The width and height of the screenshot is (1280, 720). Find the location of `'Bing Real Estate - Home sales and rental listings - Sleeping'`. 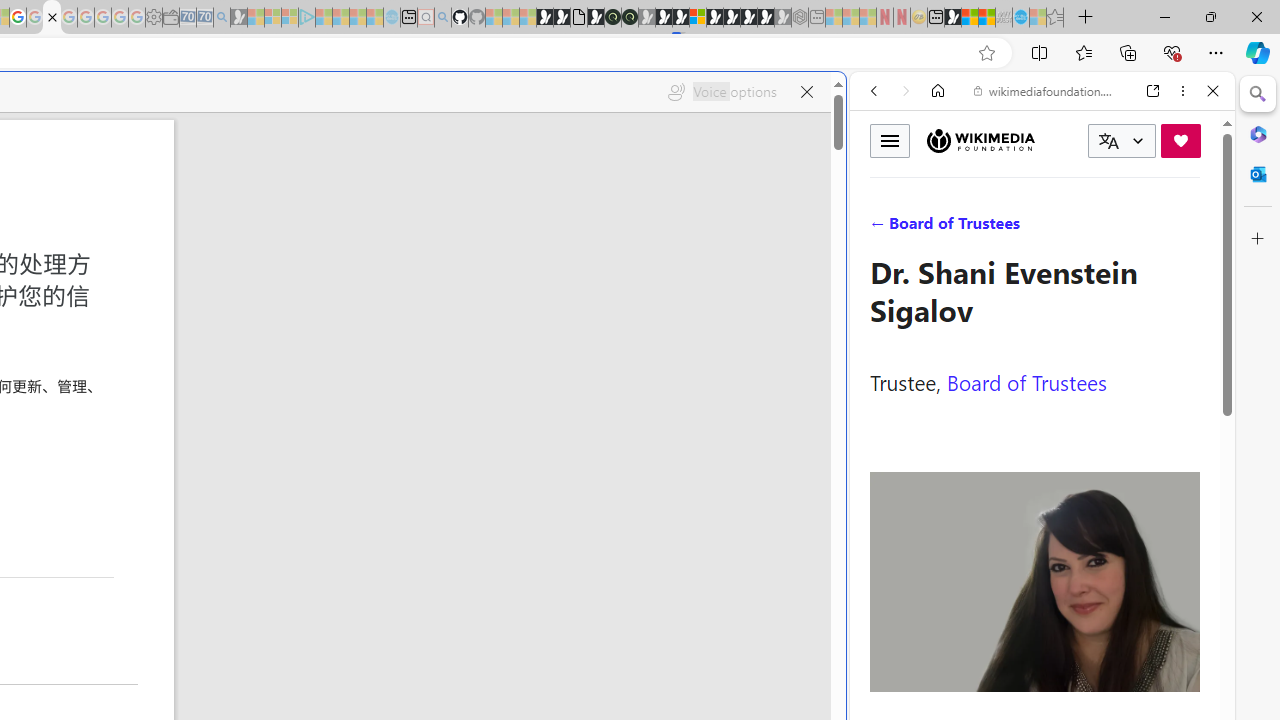

'Bing Real Estate - Home sales and rental listings - Sleeping' is located at coordinates (222, 17).